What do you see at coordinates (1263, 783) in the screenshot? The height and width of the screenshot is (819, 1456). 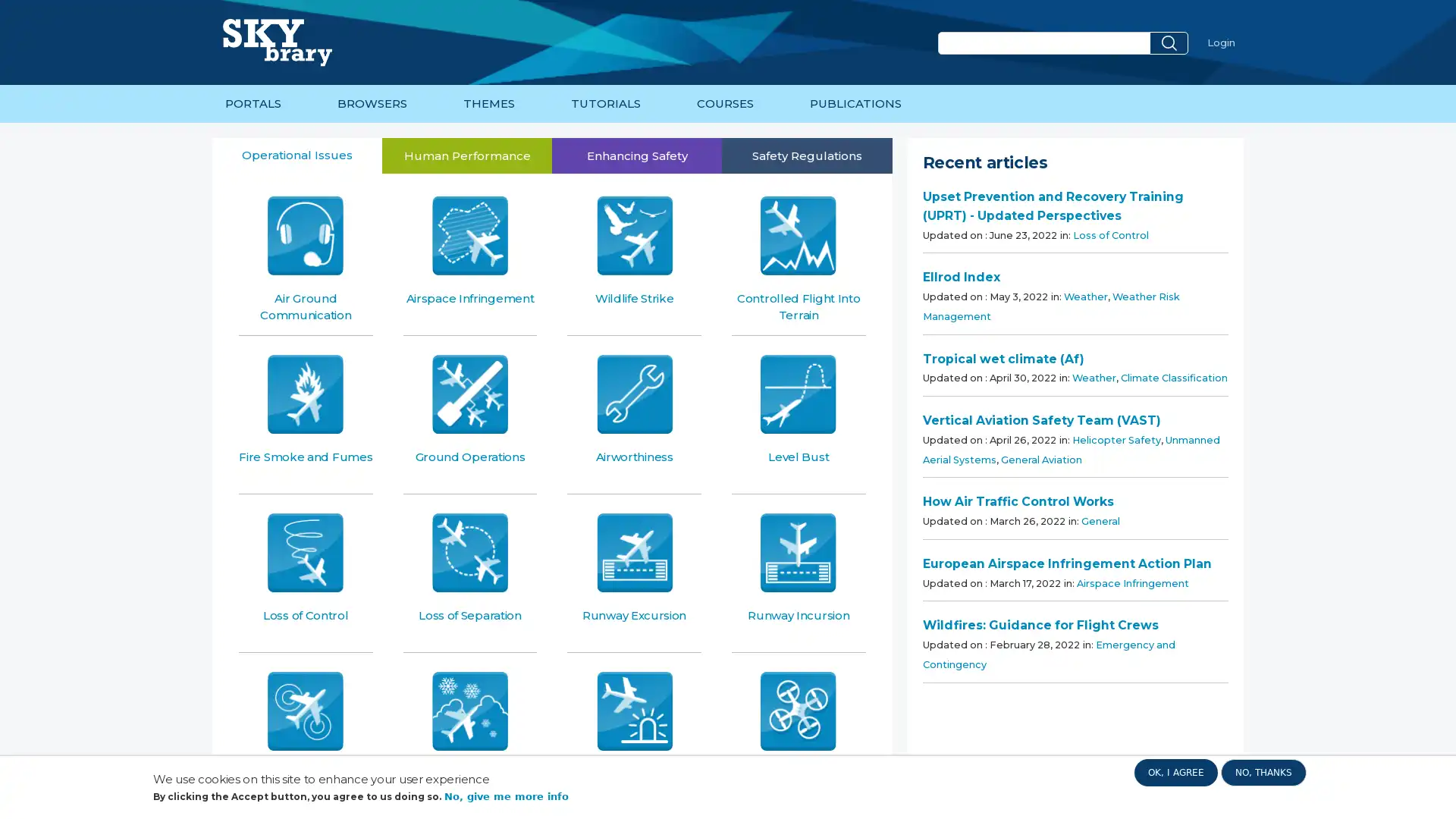 I see `NO, THANKS` at bounding box center [1263, 783].